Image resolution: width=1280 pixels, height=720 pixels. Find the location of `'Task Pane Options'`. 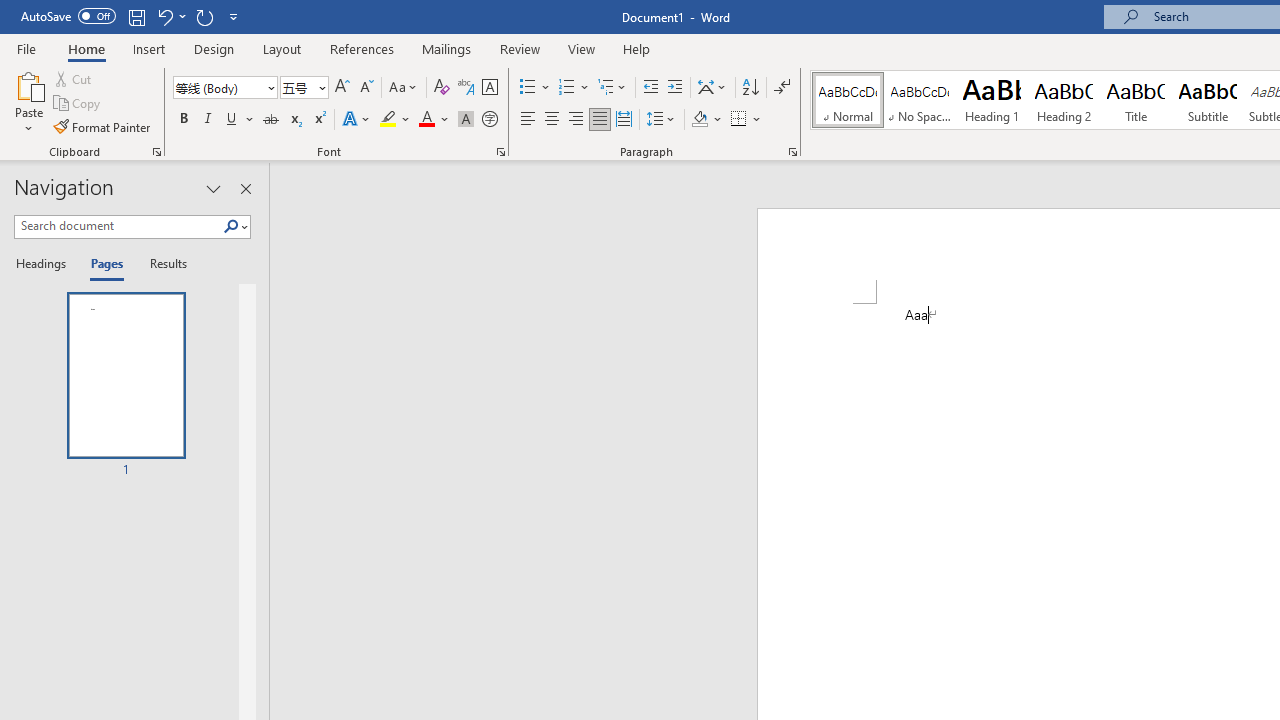

'Task Pane Options' is located at coordinates (214, 189).